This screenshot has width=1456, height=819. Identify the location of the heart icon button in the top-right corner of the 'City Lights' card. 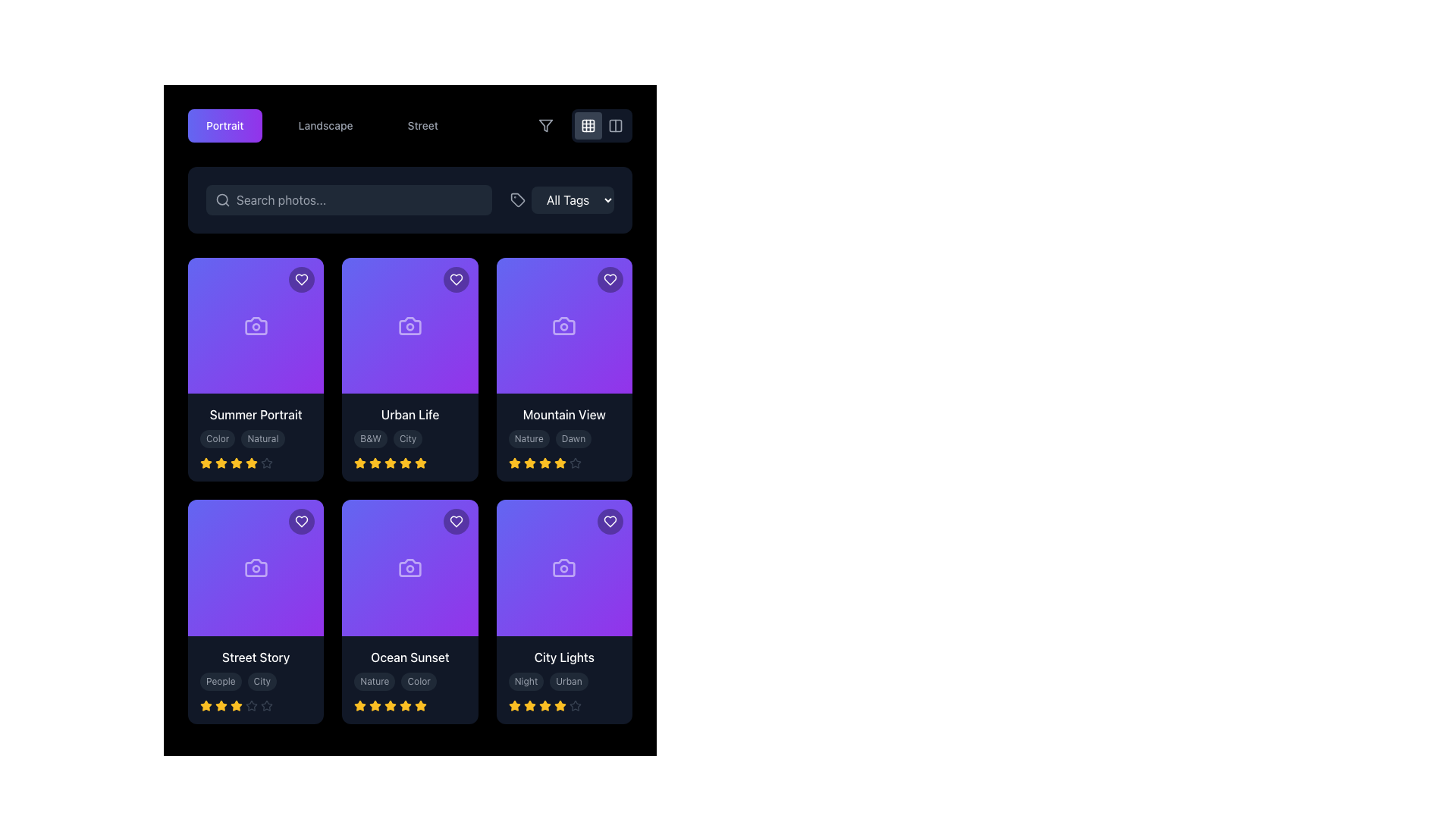
(610, 521).